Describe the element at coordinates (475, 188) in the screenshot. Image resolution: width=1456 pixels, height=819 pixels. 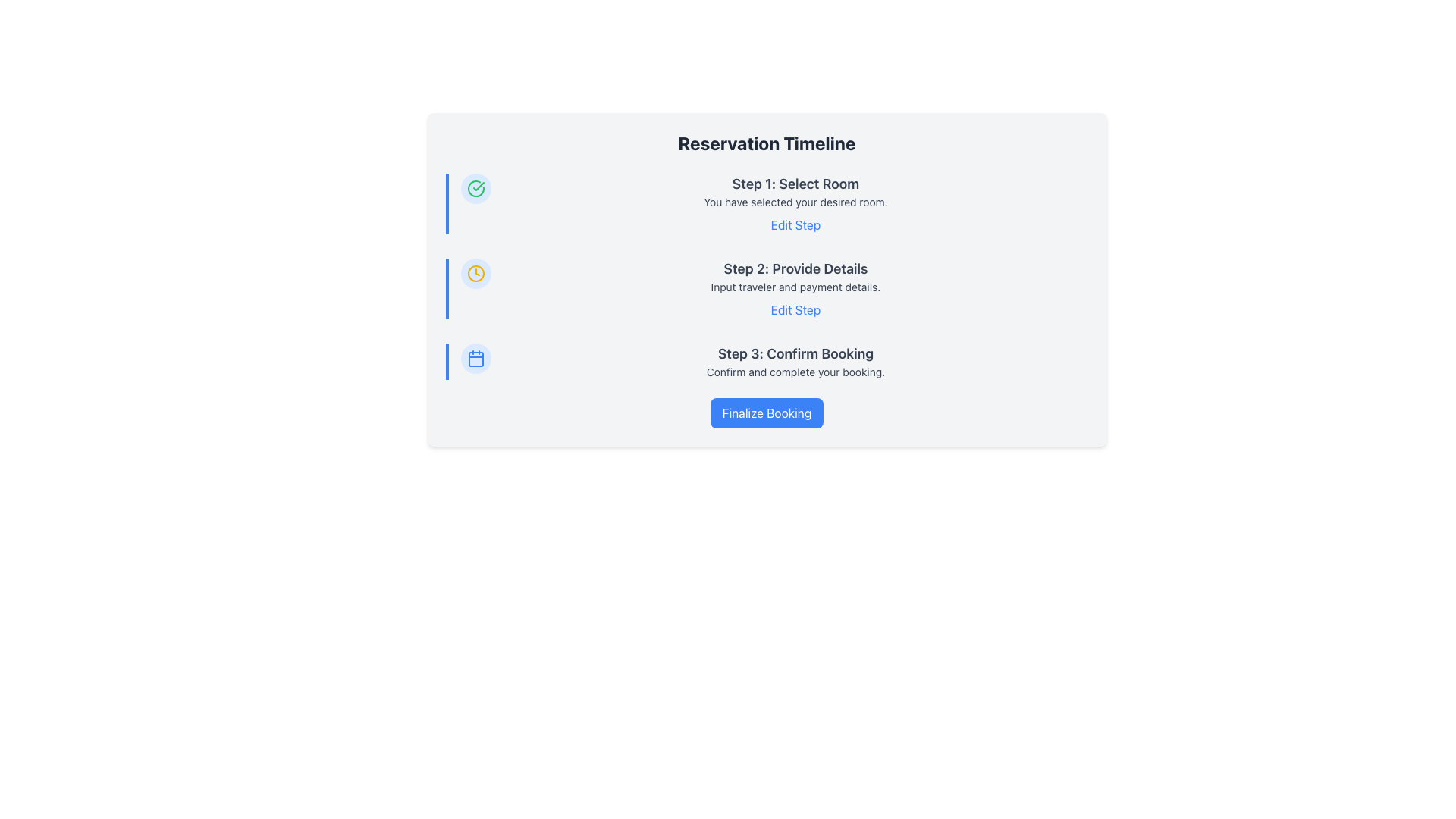
I see `the circular Indicator Icon with a light blue background and a green checkmark symbol, located adjacent to 'Step 1: Select Room'` at that location.